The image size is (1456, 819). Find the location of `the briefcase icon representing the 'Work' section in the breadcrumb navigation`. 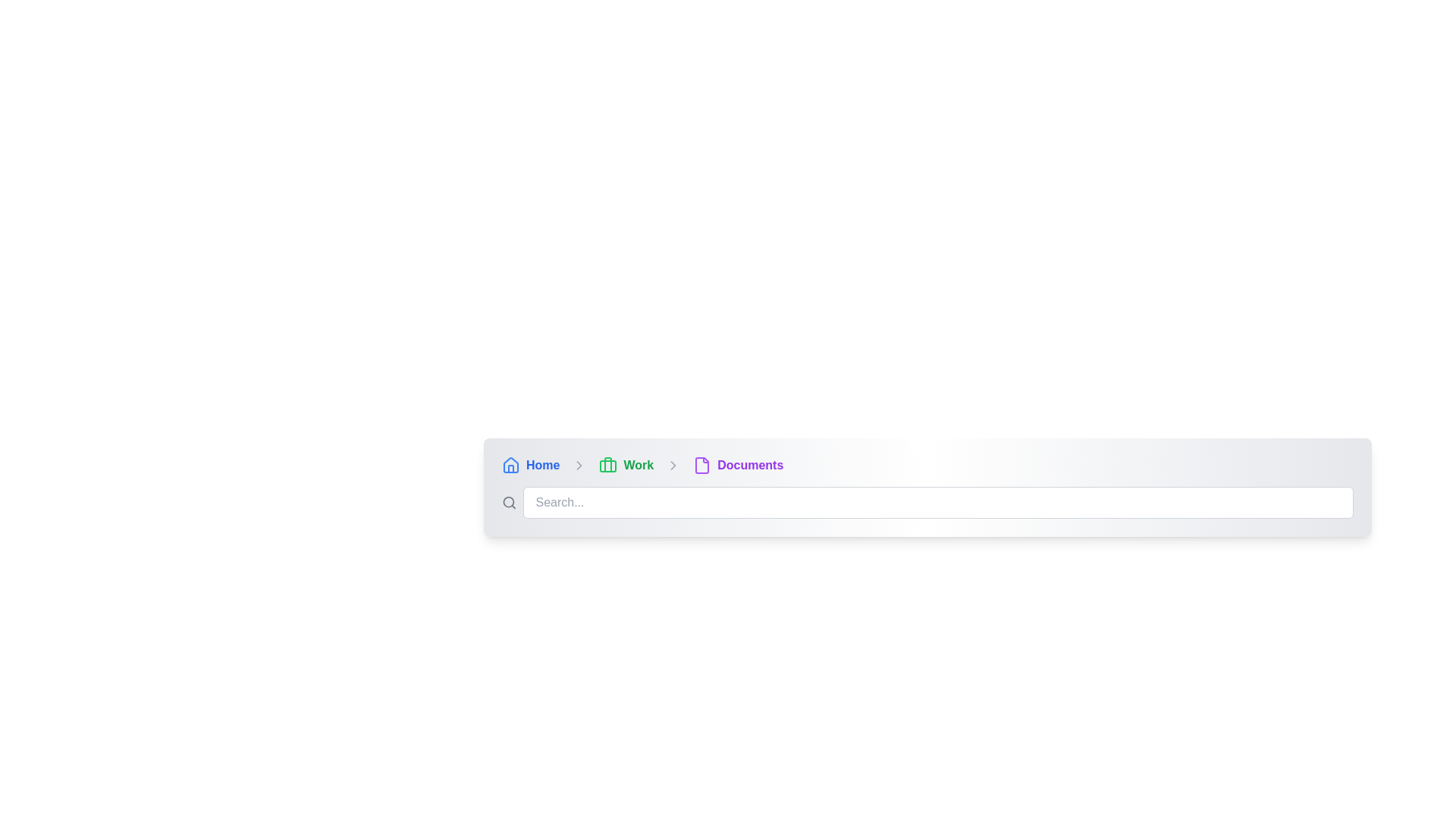

the briefcase icon representing the 'Work' section in the breadcrumb navigation is located at coordinates (607, 465).